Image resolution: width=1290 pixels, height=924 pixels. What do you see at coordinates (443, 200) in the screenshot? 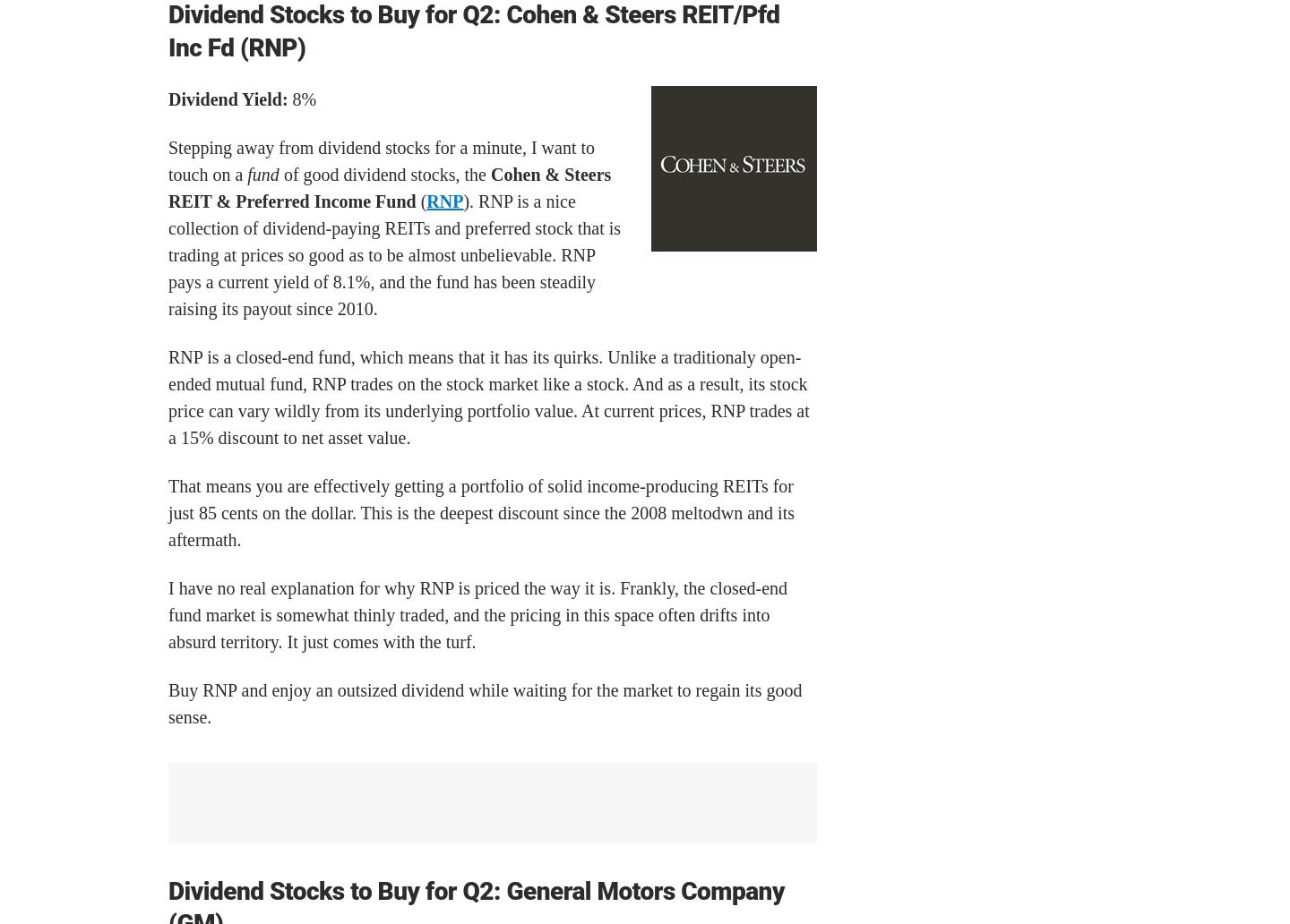
I see `'RNP'` at bounding box center [443, 200].